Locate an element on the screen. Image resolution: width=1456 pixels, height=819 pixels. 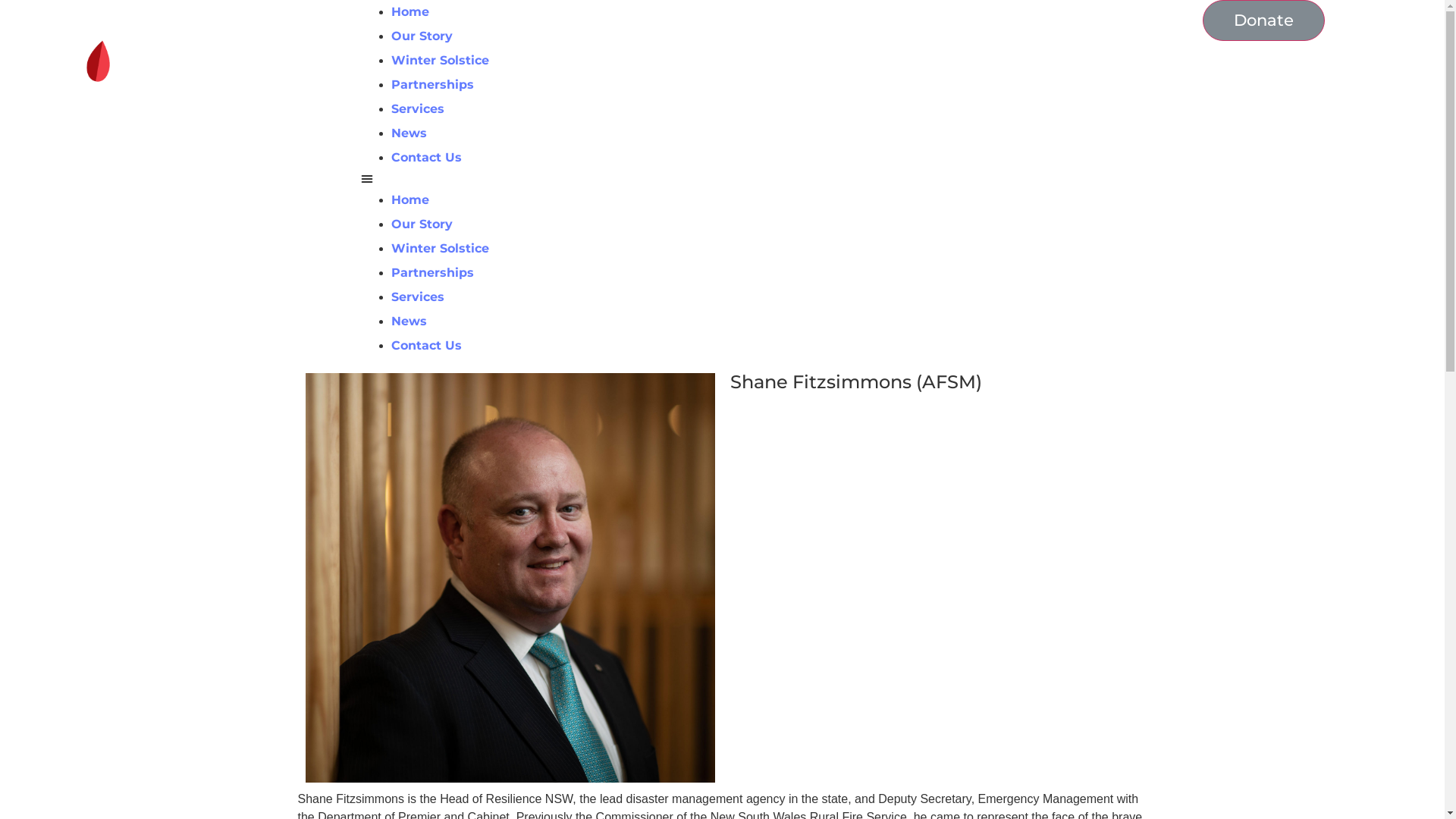
'Contact Us' is located at coordinates (425, 157).